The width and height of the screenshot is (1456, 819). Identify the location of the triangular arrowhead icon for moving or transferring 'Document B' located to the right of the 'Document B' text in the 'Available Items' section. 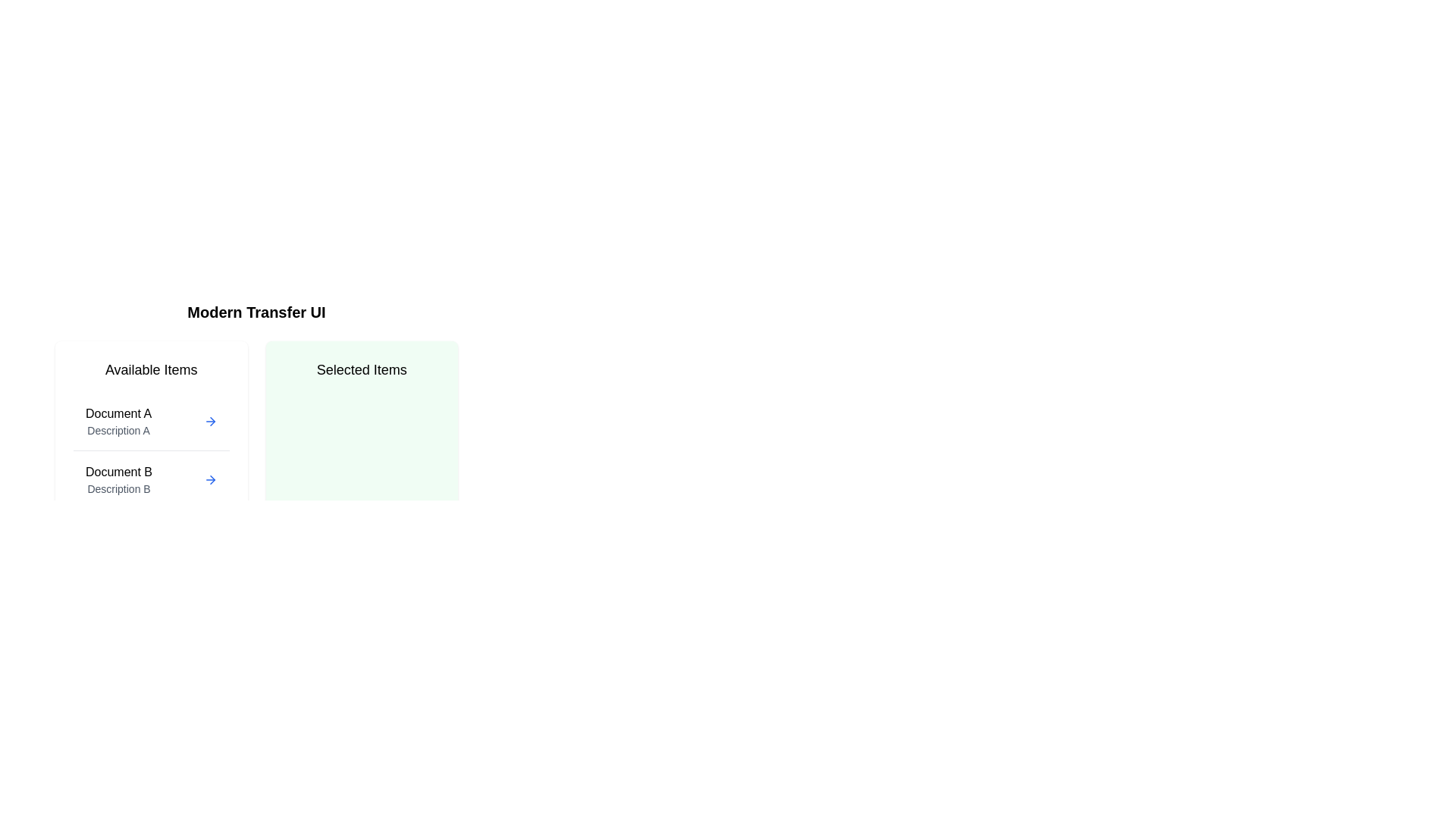
(212, 421).